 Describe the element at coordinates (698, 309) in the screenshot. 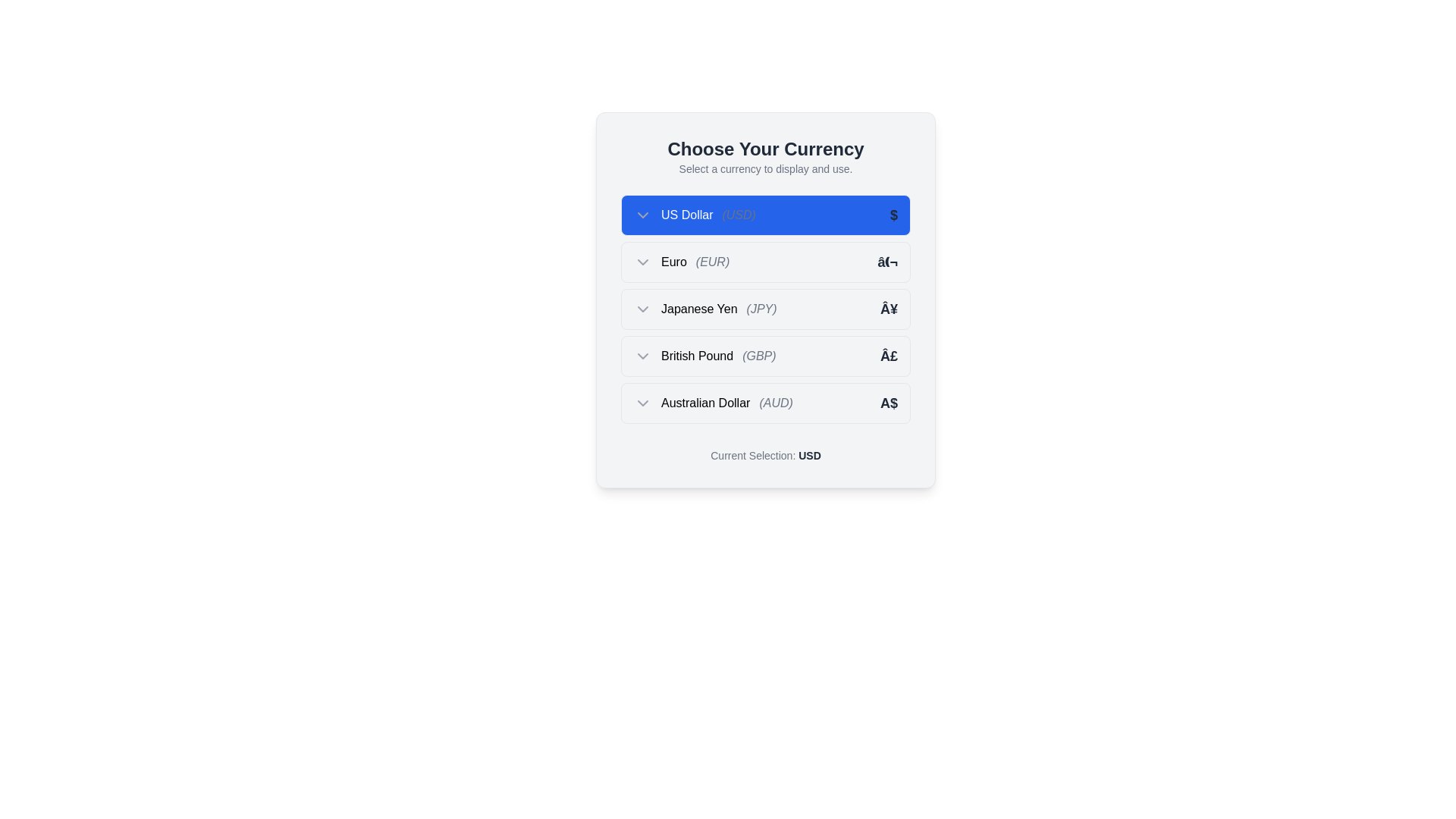

I see `the 'Japanese Yen' text label, which is part of a list of selectable currencies and is located below the 'Choose Your Currency' title` at that location.